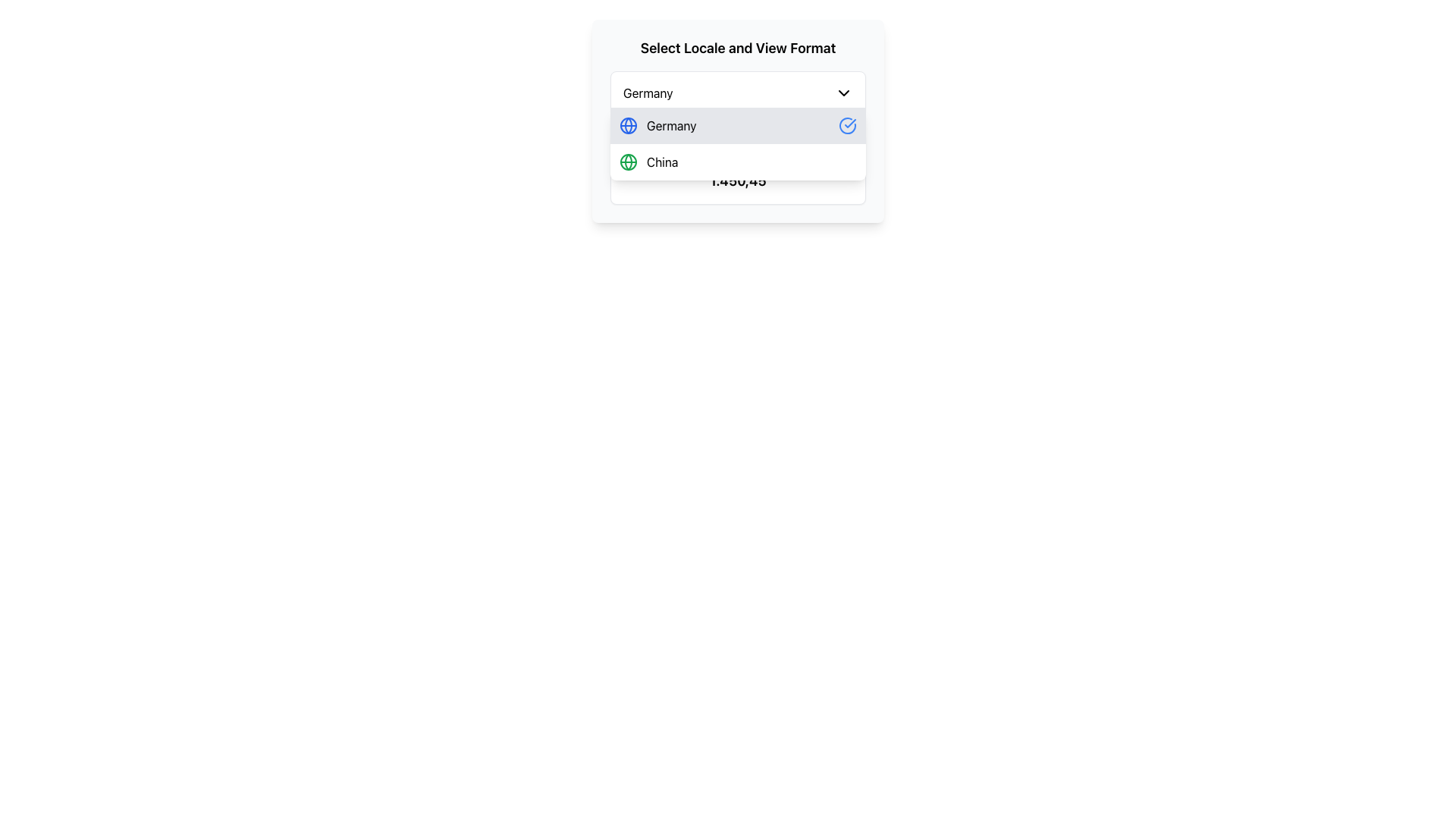 The image size is (1456, 819). I want to click on the second selectable list item in the dropdown menu, so click(738, 162).